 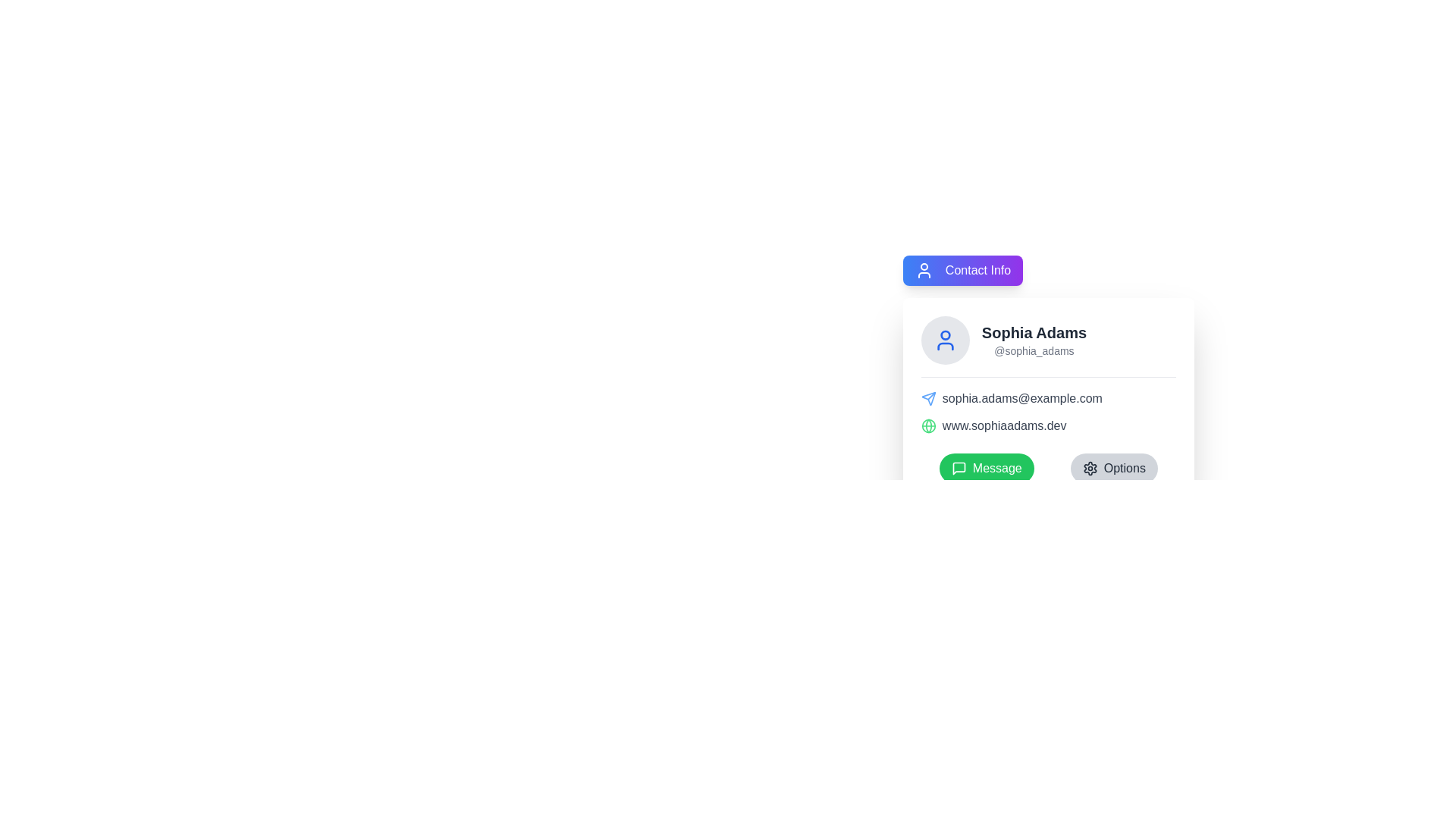 What do you see at coordinates (1089, 467) in the screenshot?
I see `the gear icon in the Options button area adjacent` at bounding box center [1089, 467].